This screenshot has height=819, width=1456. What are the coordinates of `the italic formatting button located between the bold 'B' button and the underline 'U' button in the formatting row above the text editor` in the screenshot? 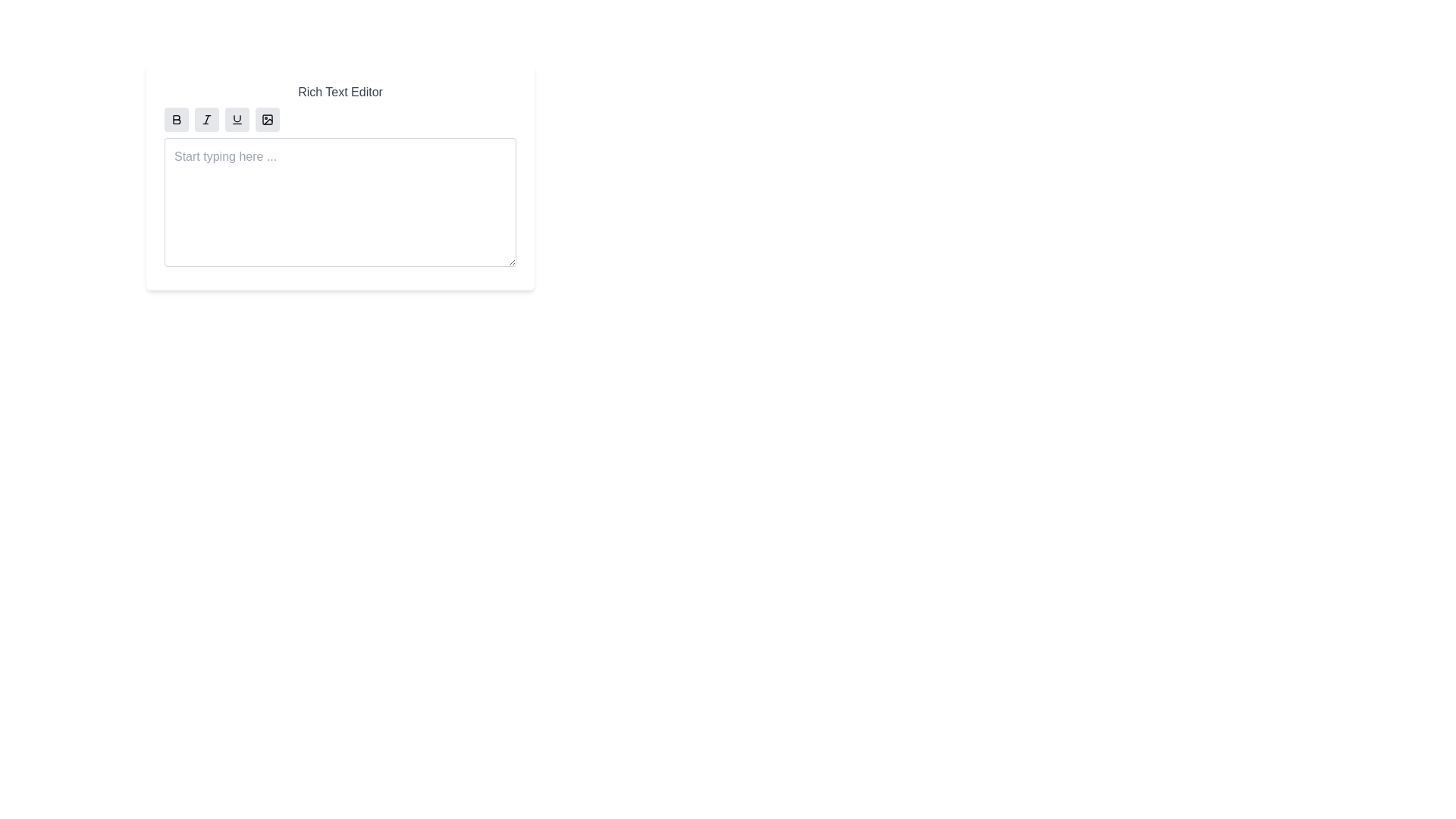 It's located at (206, 119).